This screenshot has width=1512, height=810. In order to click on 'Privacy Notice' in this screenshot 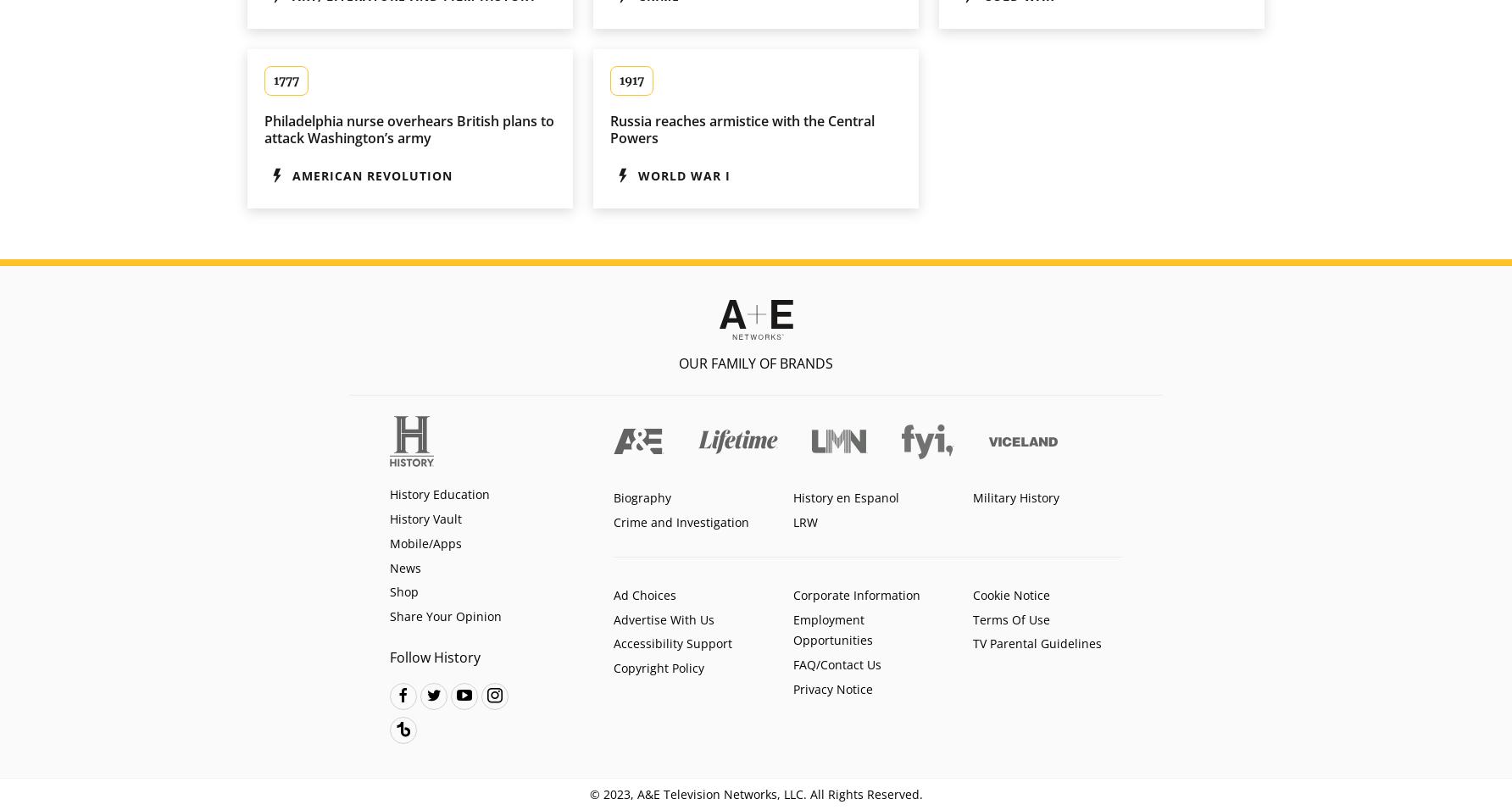, I will do `click(793, 688)`.